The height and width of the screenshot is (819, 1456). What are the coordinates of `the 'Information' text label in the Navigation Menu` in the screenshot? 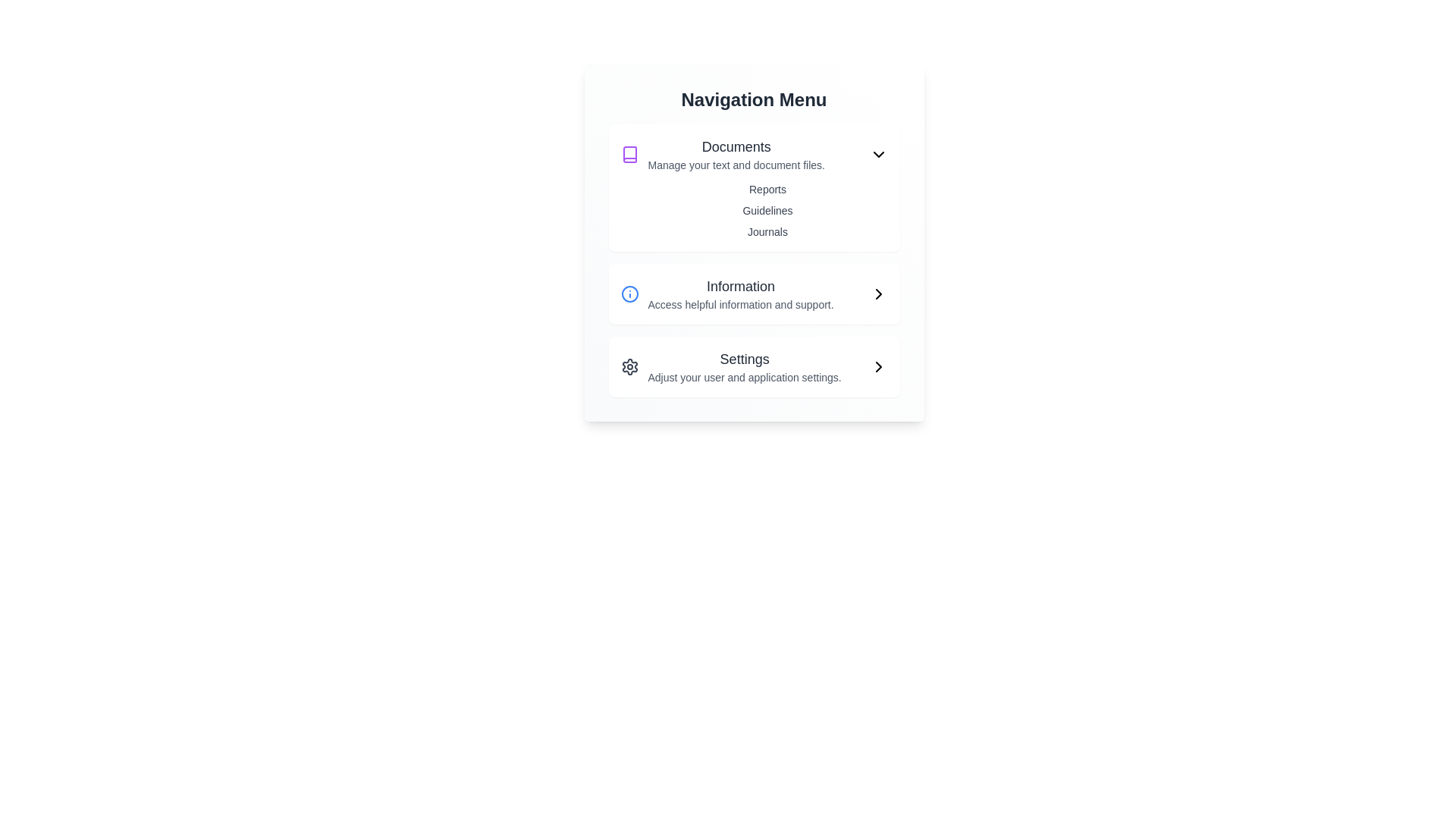 It's located at (741, 294).